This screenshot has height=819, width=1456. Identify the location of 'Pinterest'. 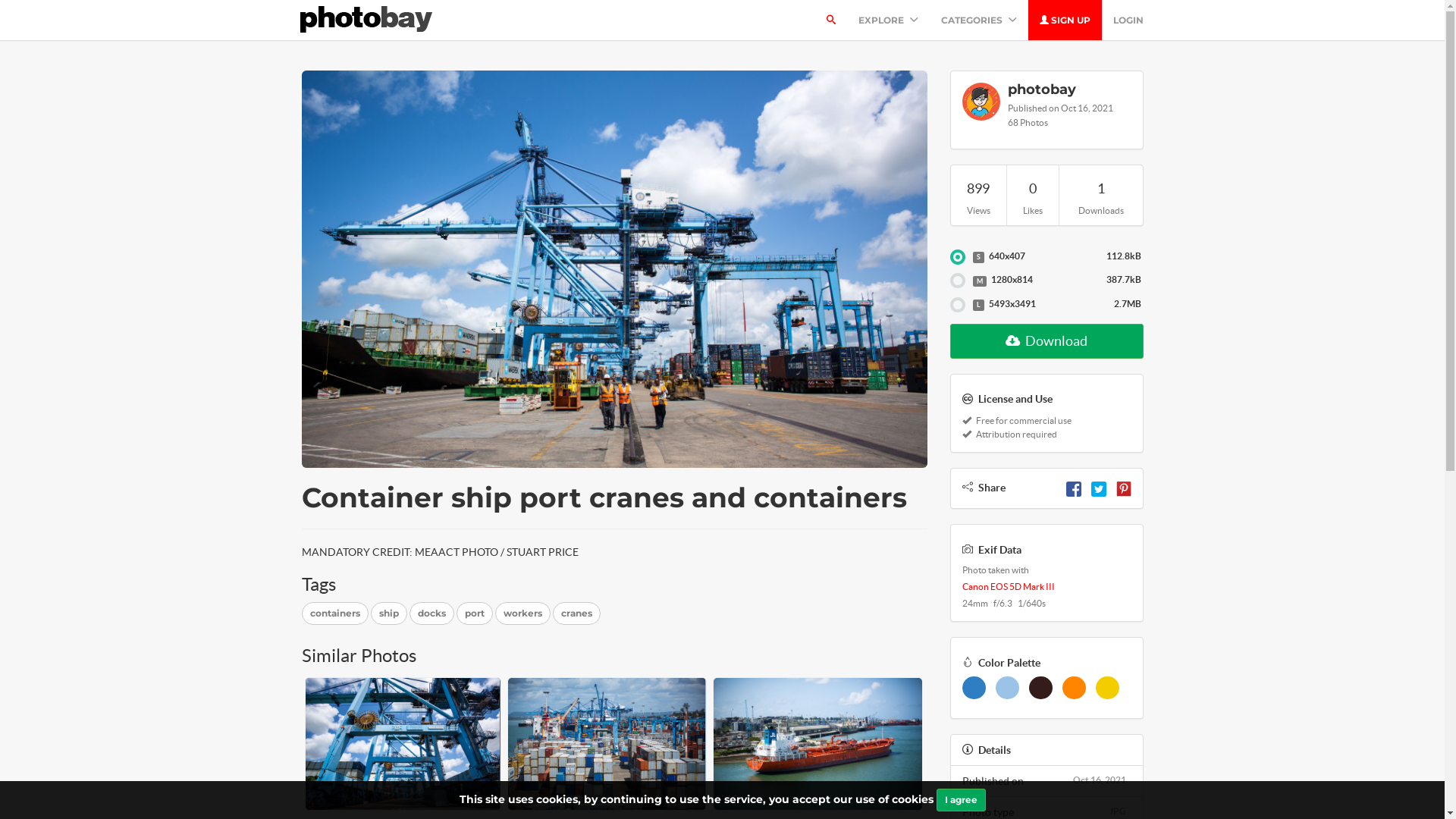
(1124, 488).